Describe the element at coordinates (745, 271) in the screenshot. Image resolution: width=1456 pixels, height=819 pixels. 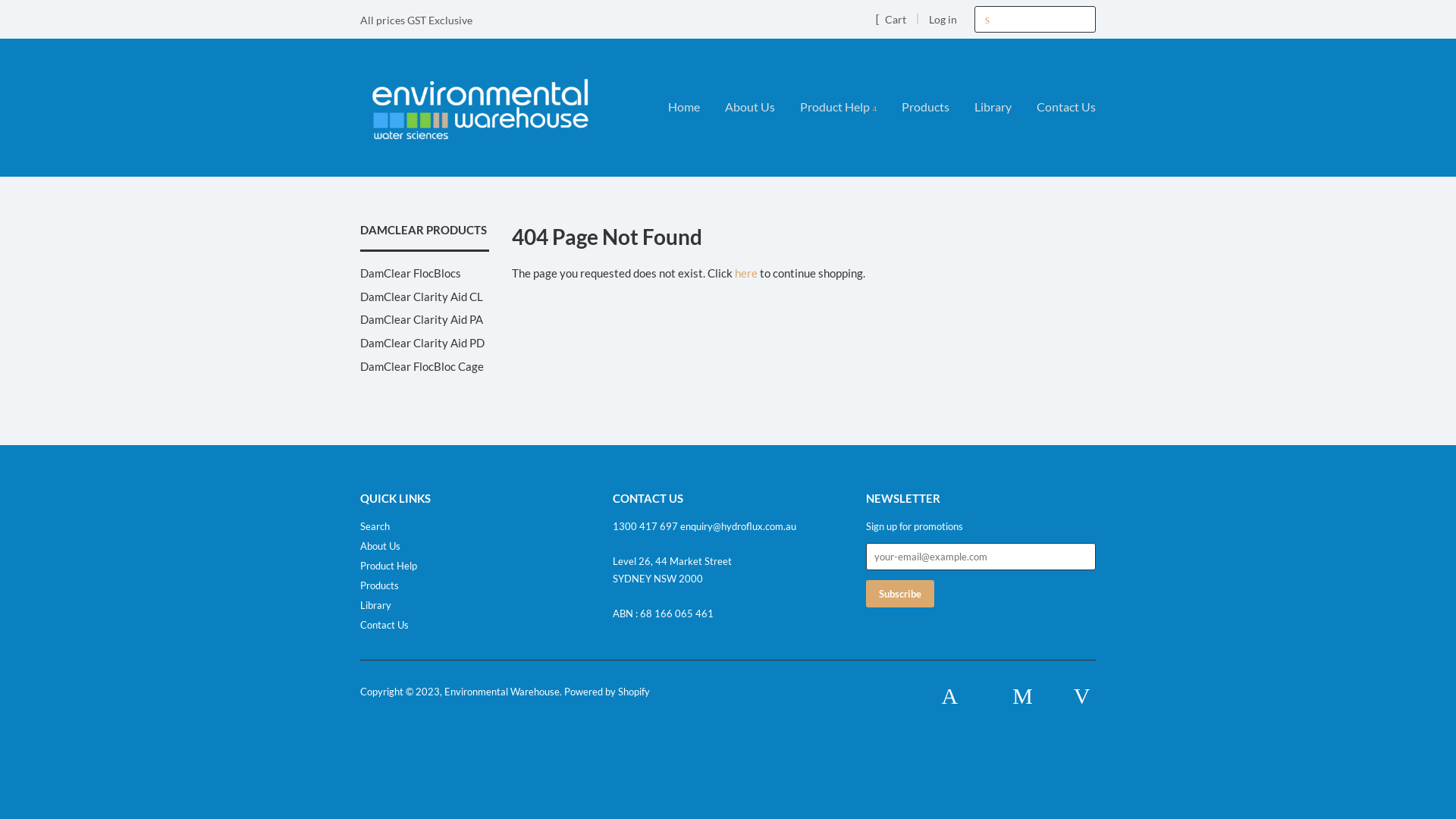
I see `'here'` at that location.